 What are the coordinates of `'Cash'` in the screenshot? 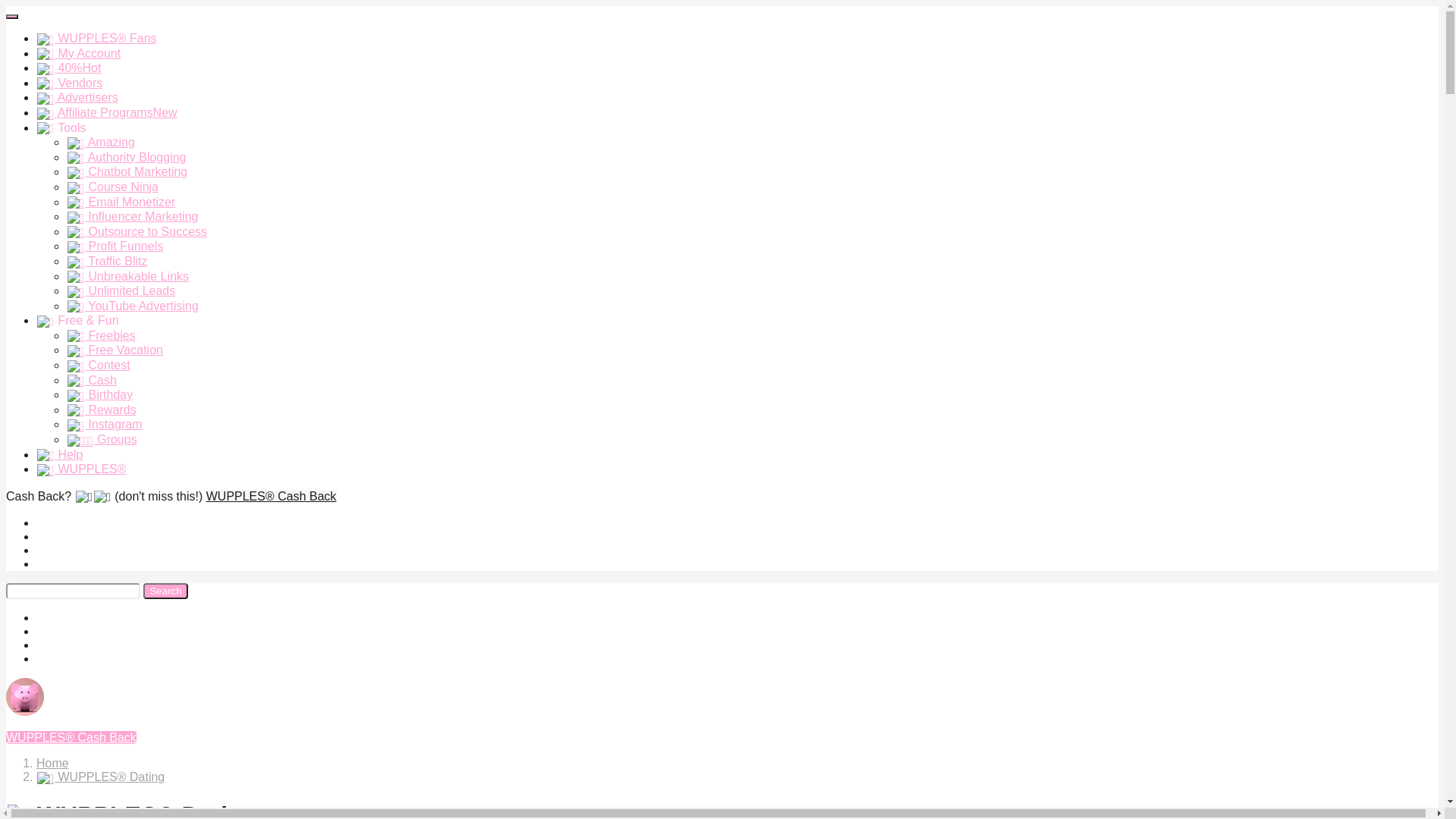 It's located at (65, 379).